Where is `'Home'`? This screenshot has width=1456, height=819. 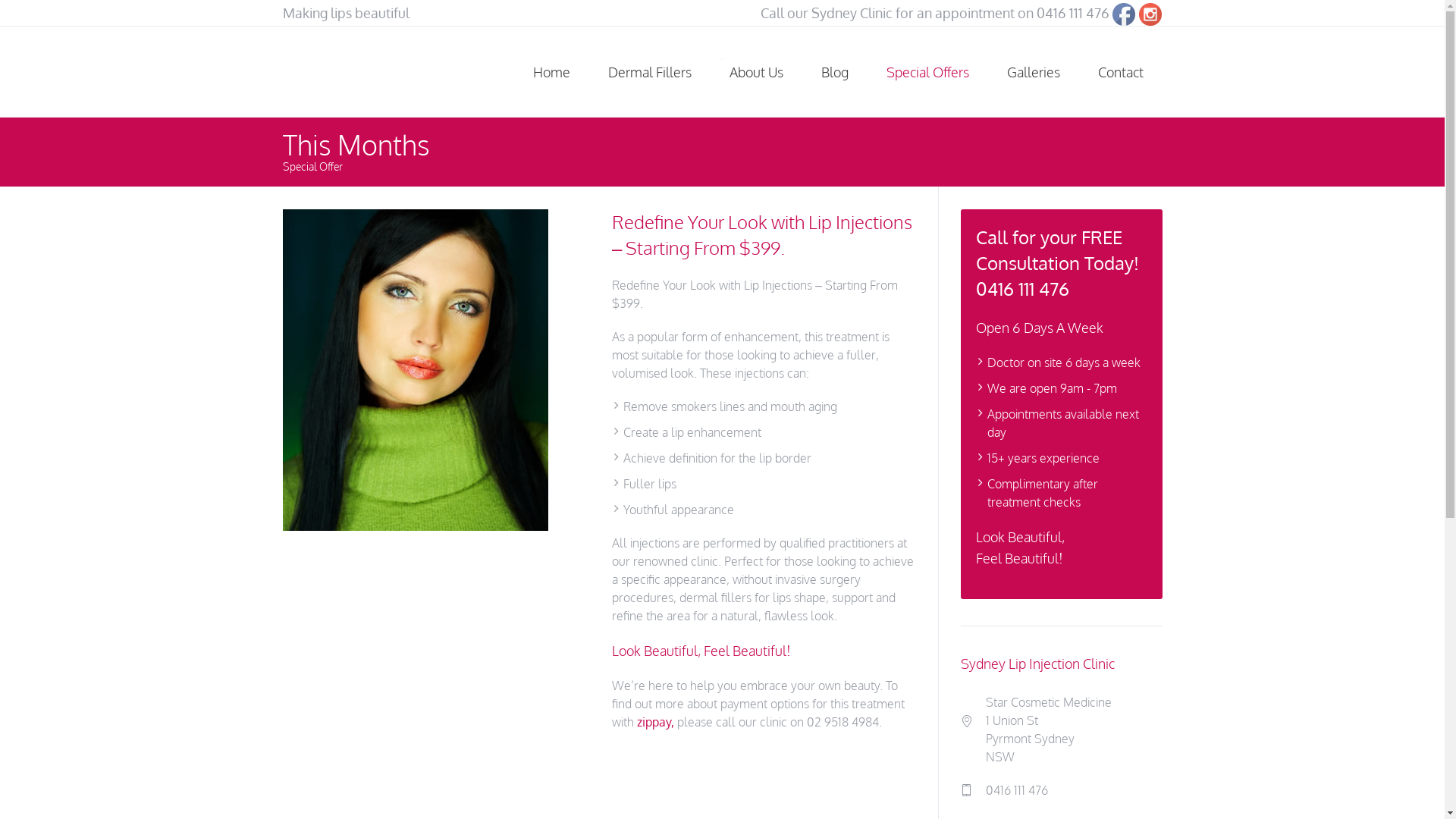
'Home' is located at coordinates (551, 72).